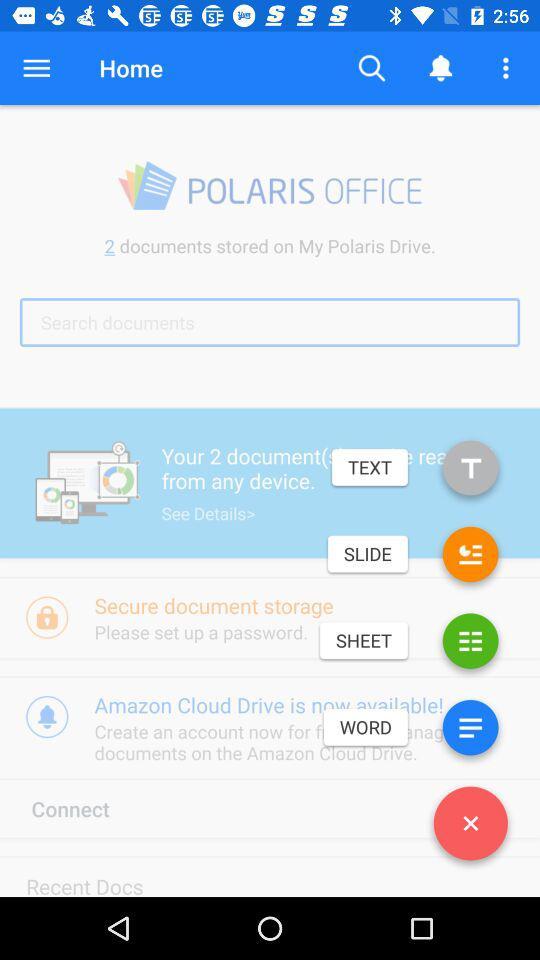 The height and width of the screenshot is (960, 540). I want to click on click word, so click(470, 730).